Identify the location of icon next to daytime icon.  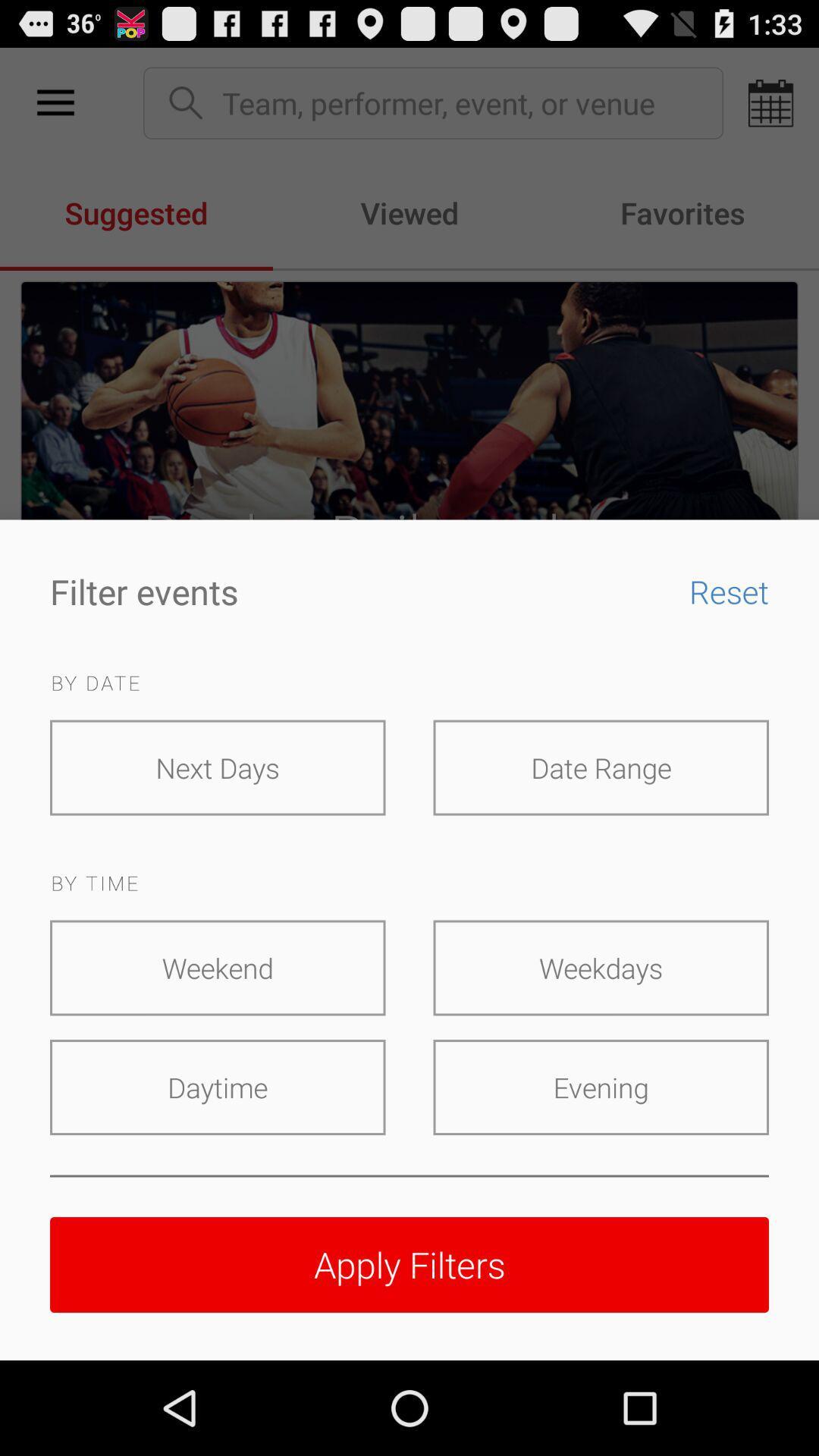
(600, 1087).